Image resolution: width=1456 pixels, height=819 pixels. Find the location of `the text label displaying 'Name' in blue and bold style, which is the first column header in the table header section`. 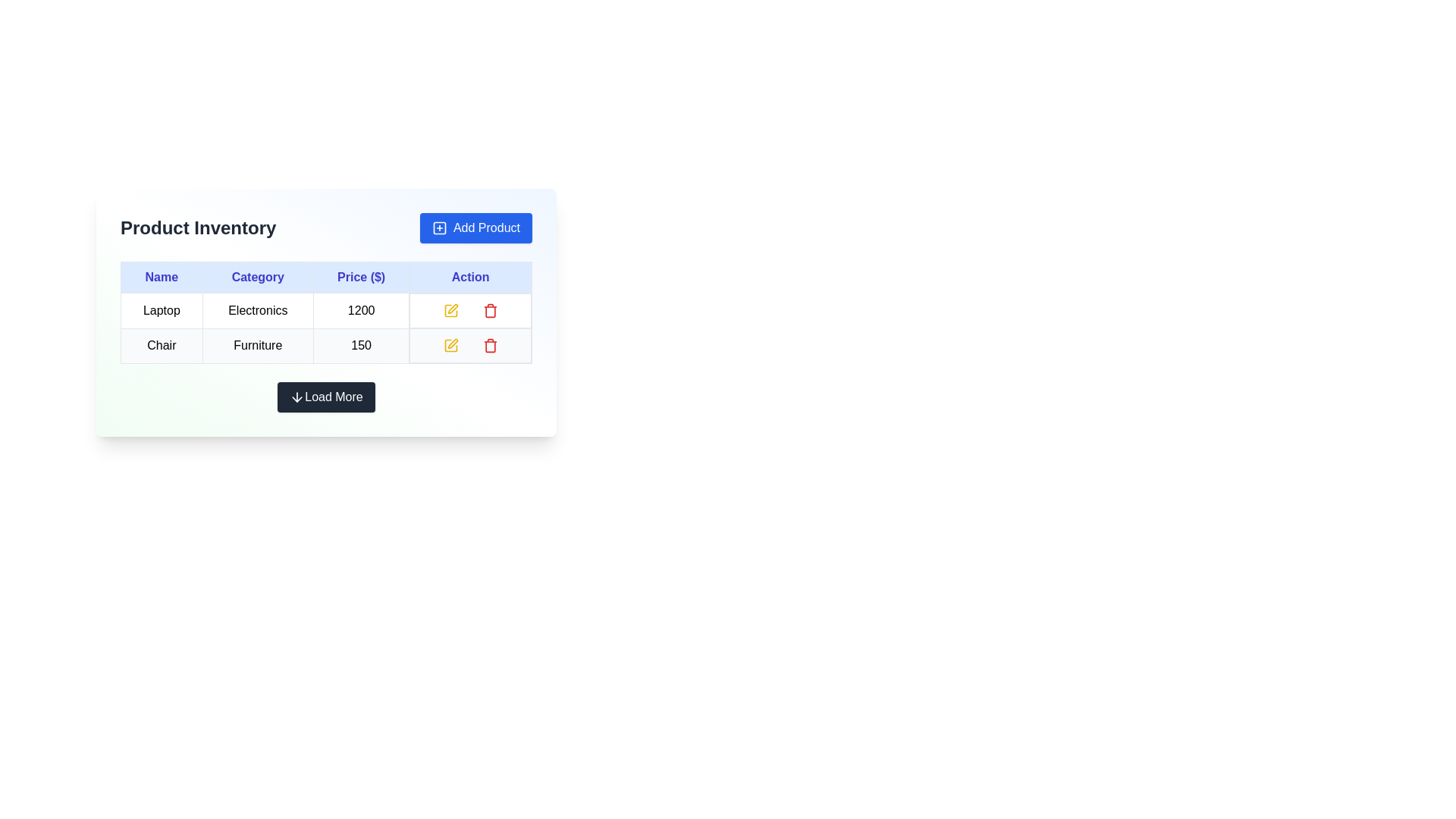

the text label displaying 'Name' in blue and bold style, which is the first column header in the table header section is located at coordinates (162, 278).